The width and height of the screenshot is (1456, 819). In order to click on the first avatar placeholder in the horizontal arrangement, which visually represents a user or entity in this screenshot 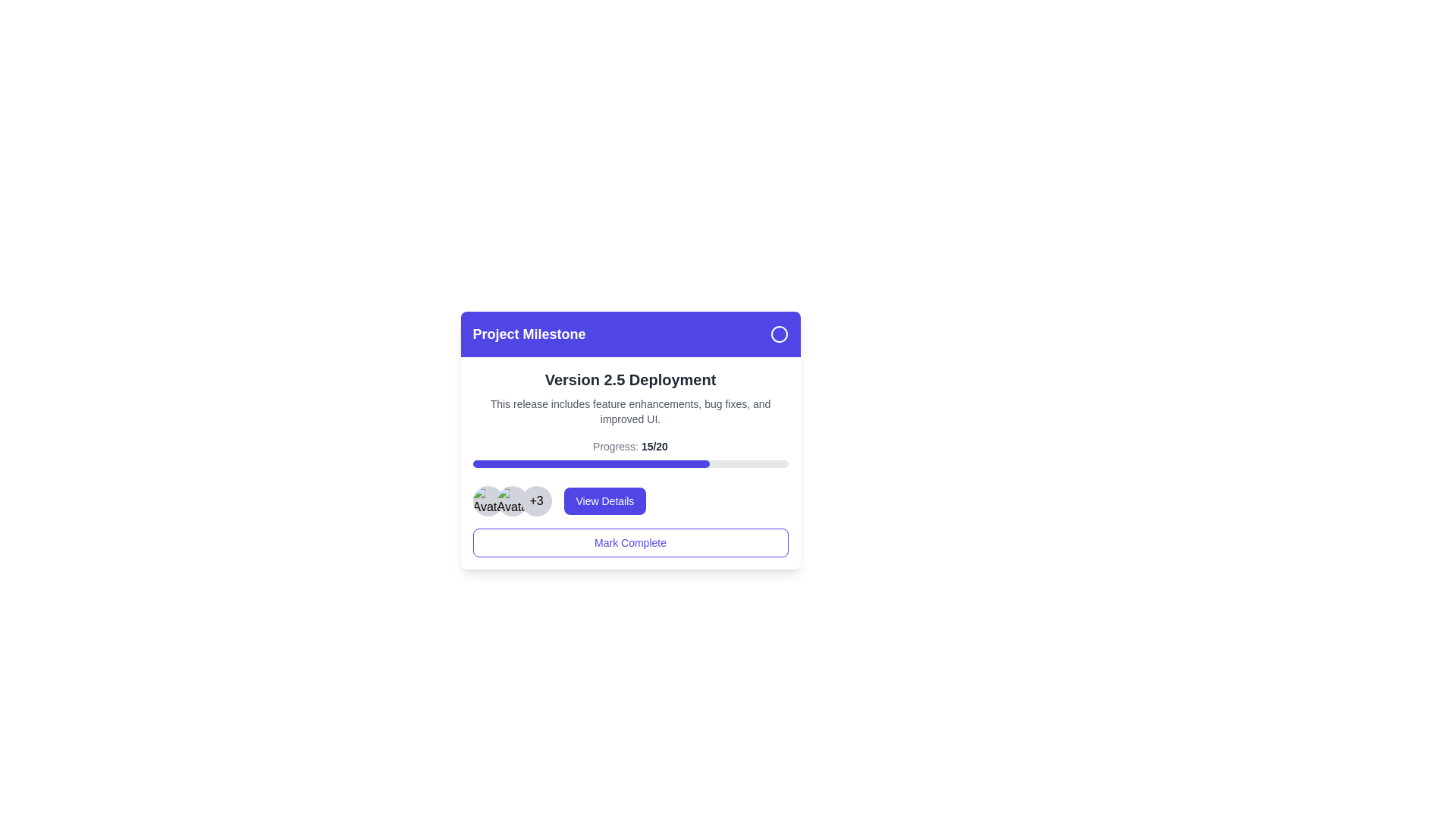, I will do `click(488, 500)`.